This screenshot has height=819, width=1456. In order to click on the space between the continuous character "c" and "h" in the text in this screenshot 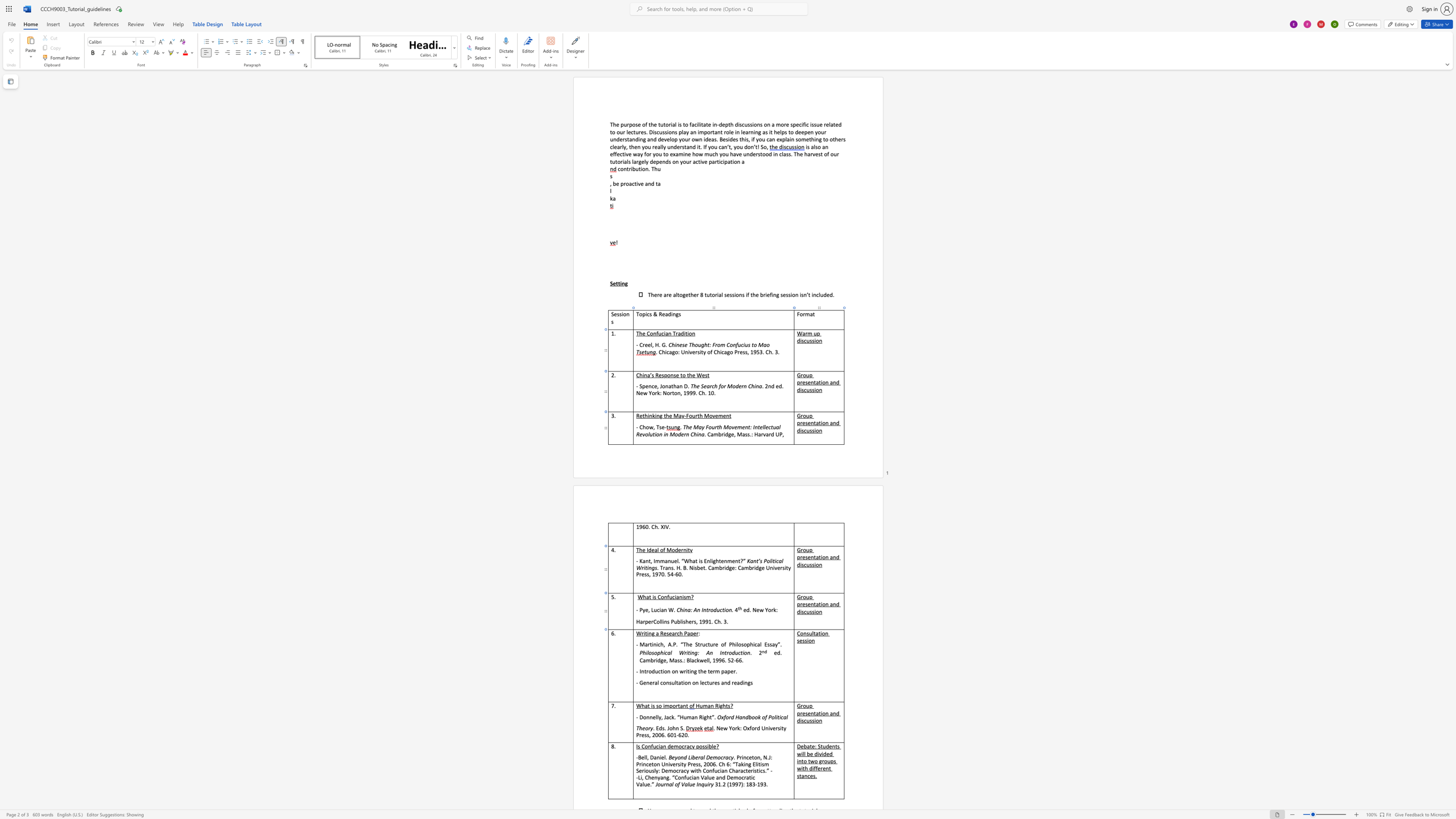, I will do `click(679, 633)`.